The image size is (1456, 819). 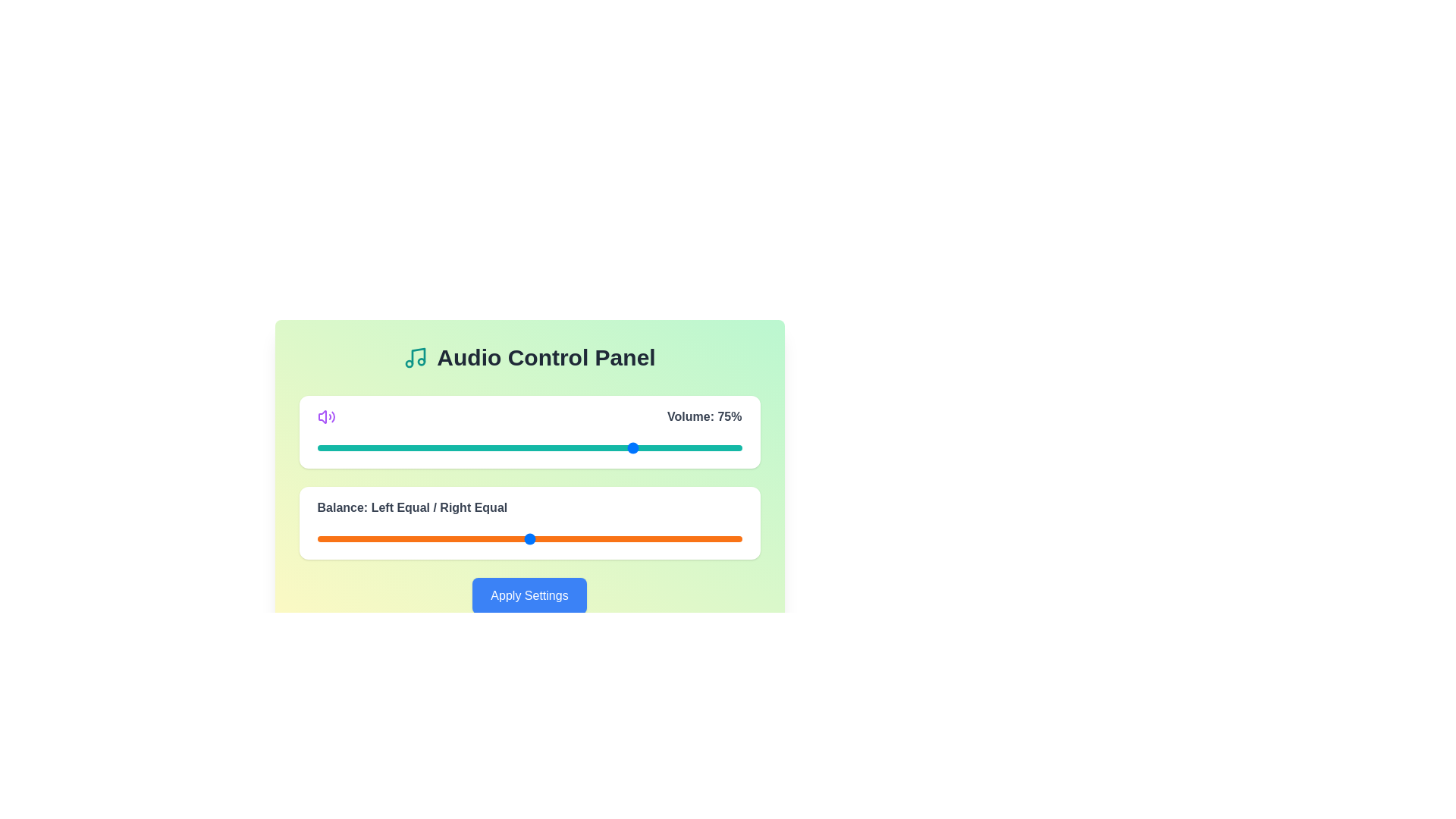 What do you see at coordinates (385, 447) in the screenshot?
I see `the volume slider to 16 percent` at bounding box center [385, 447].